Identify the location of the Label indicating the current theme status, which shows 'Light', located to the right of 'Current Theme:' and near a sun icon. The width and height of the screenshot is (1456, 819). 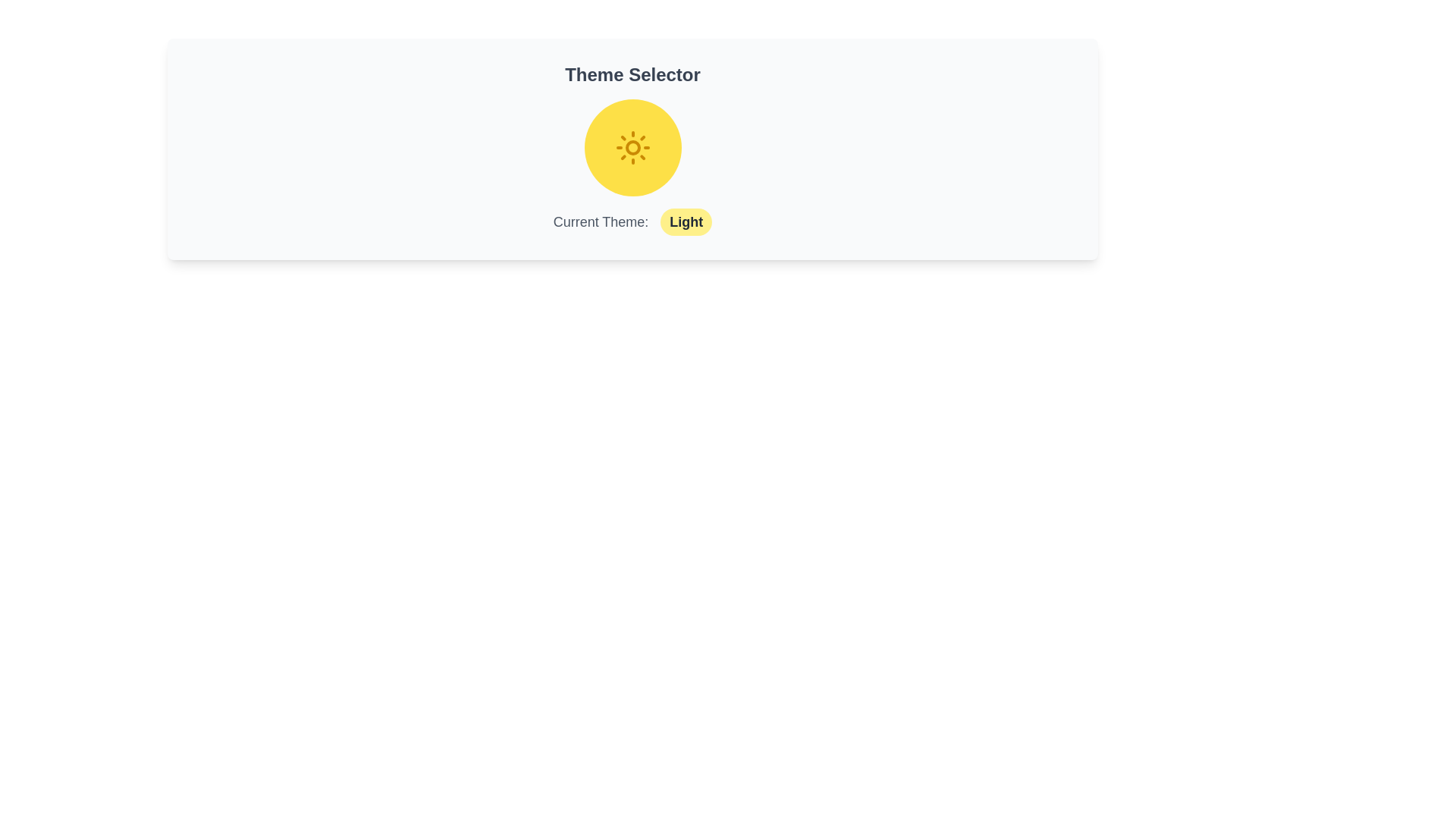
(686, 222).